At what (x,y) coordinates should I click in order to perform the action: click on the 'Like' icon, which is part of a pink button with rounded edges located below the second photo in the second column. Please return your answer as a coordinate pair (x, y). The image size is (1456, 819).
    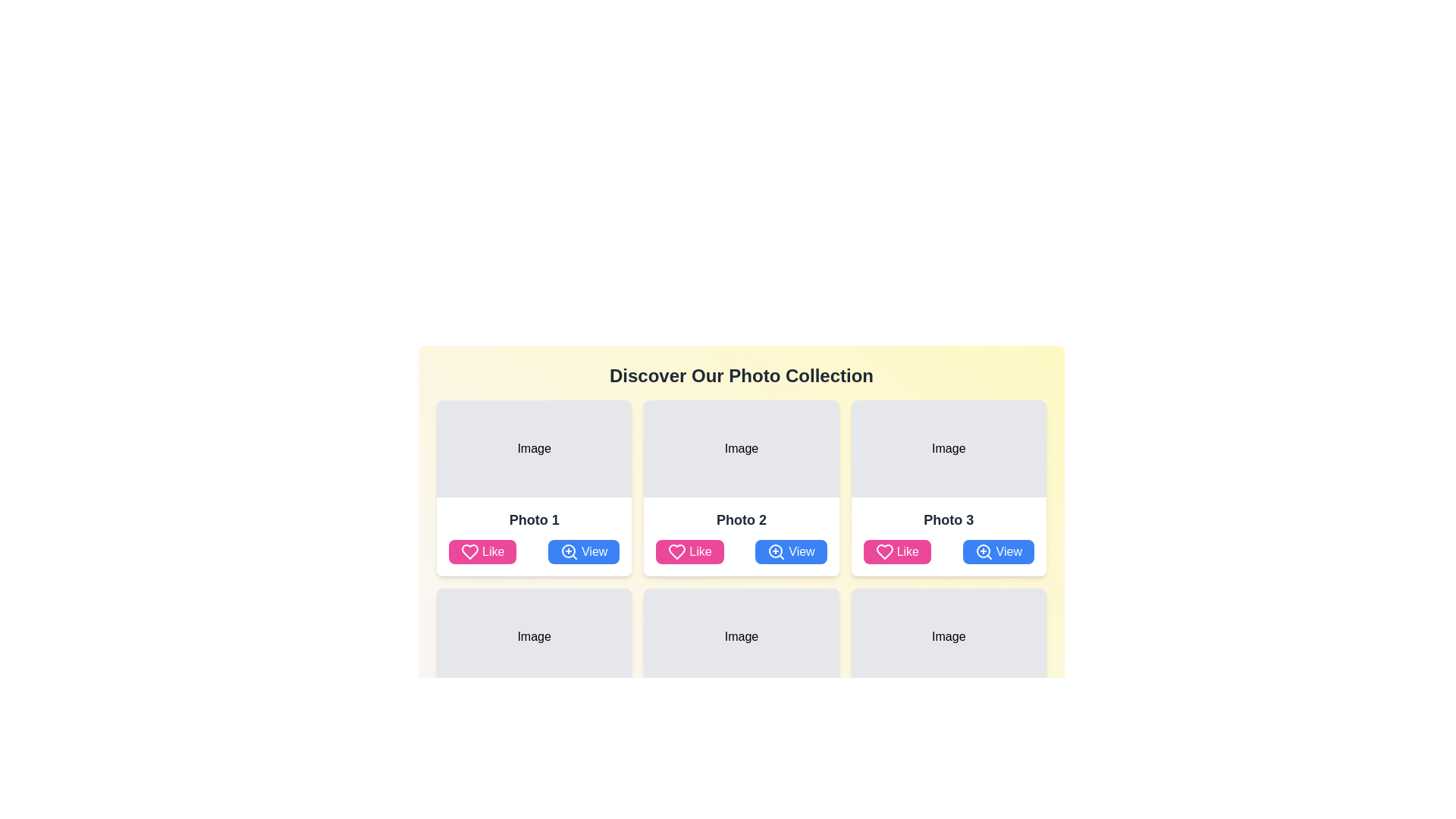
    Looking at the image, I should click on (676, 552).